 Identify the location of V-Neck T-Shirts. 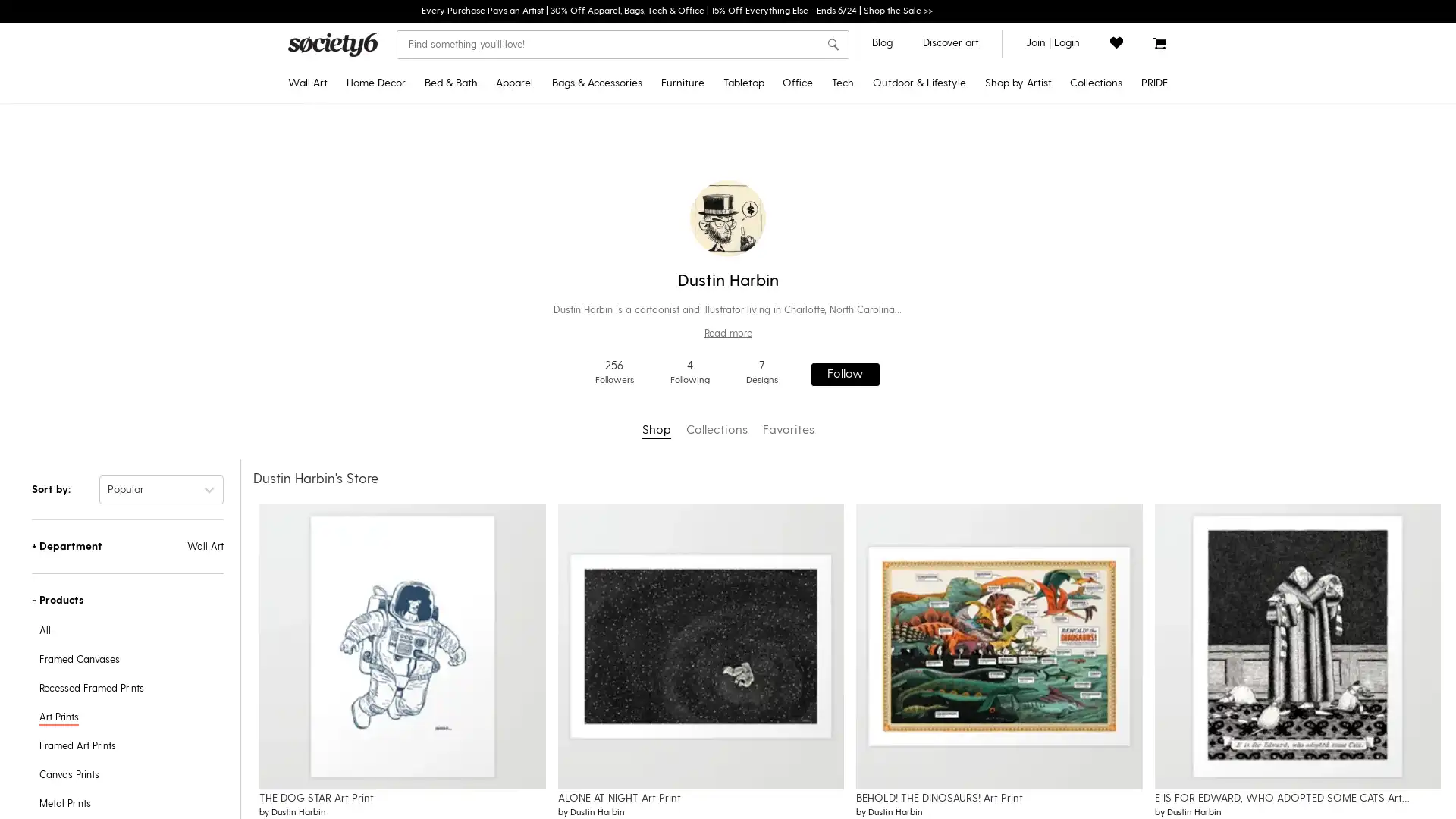
(562, 243).